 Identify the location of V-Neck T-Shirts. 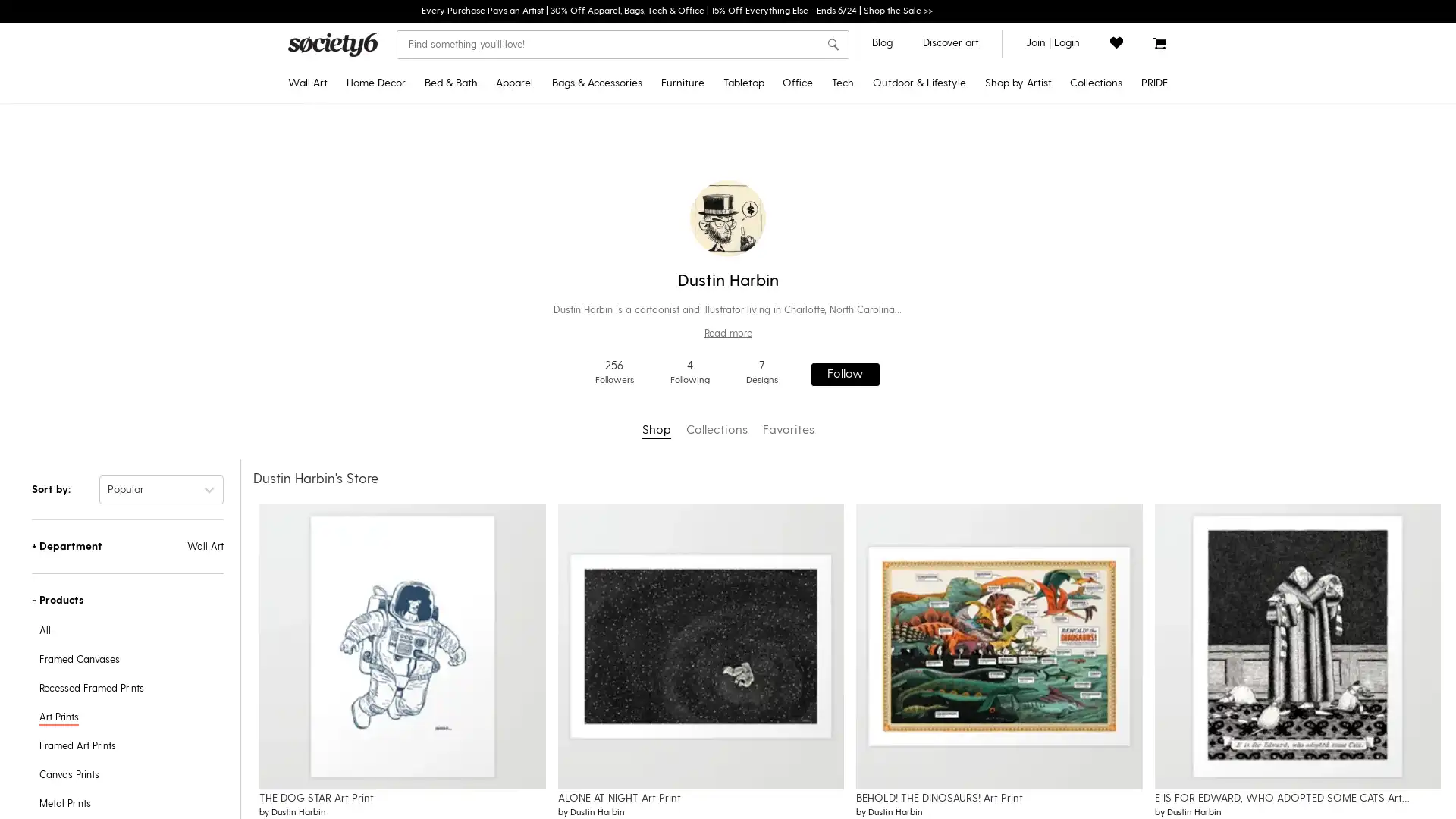
(562, 243).